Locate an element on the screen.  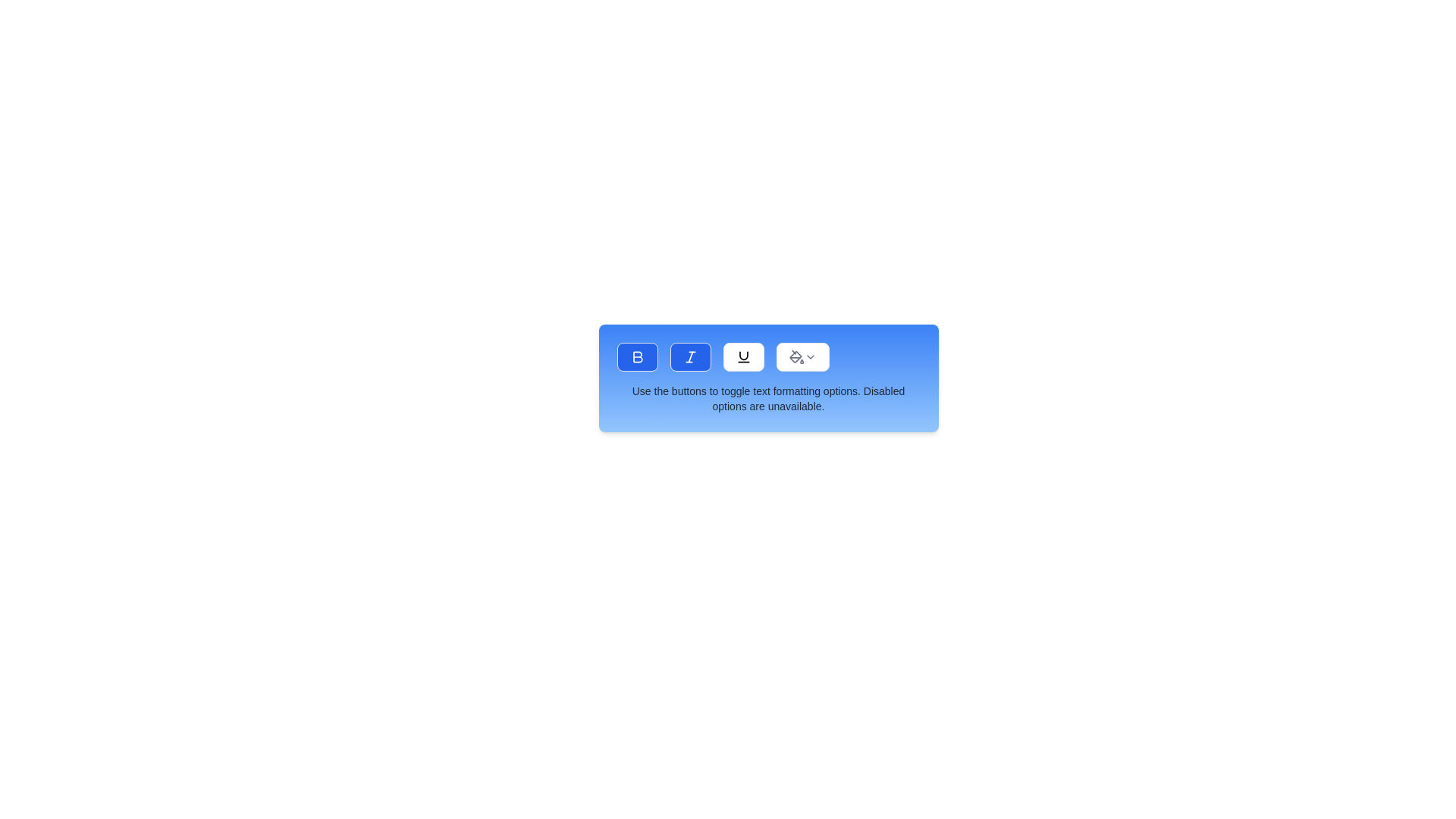
the blue button with a white 'B' icon located at the top-left position in the button bar is located at coordinates (637, 356).